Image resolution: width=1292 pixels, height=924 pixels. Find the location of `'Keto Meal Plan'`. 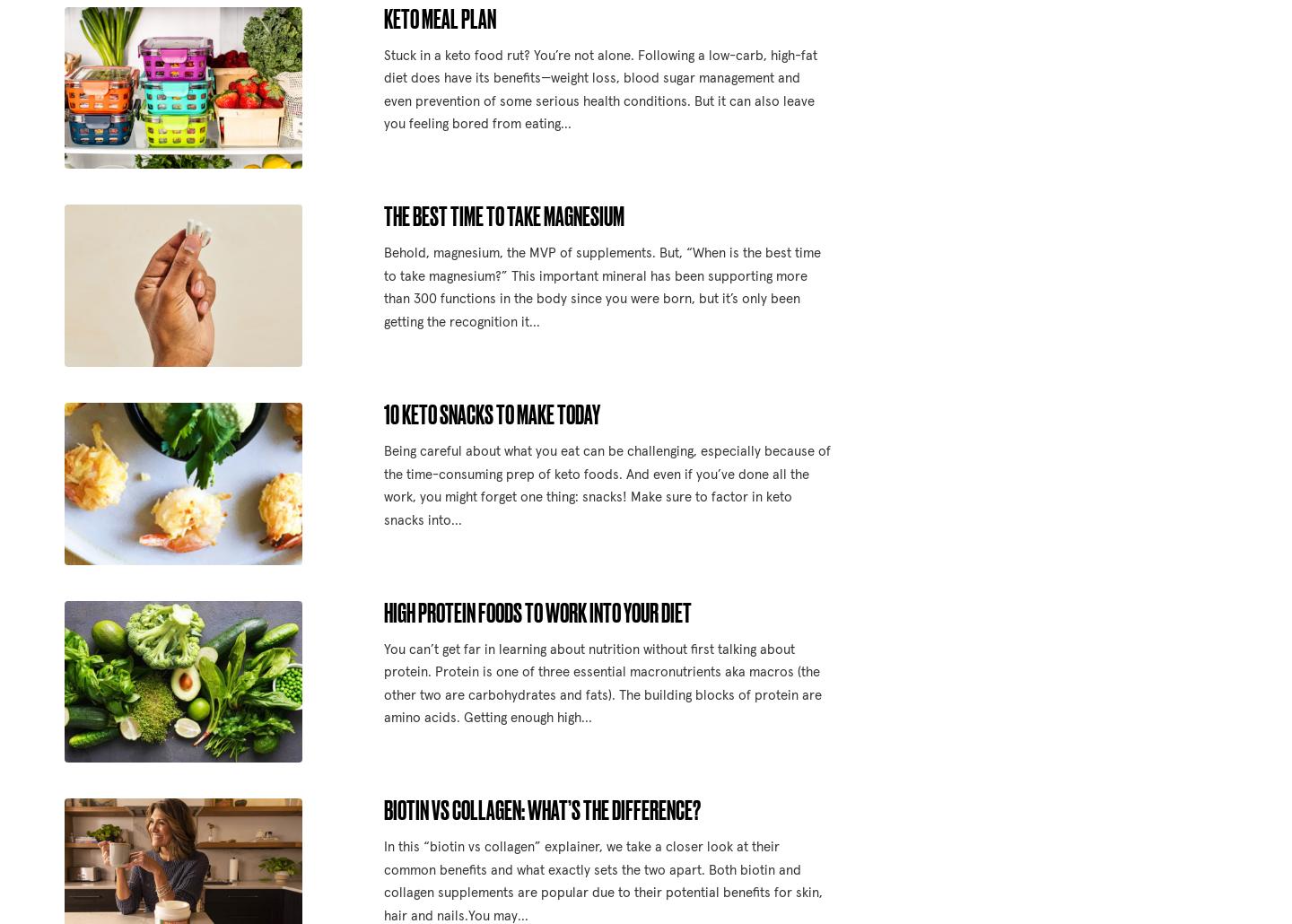

'Keto Meal Plan' is located at coordinates (438, 17).